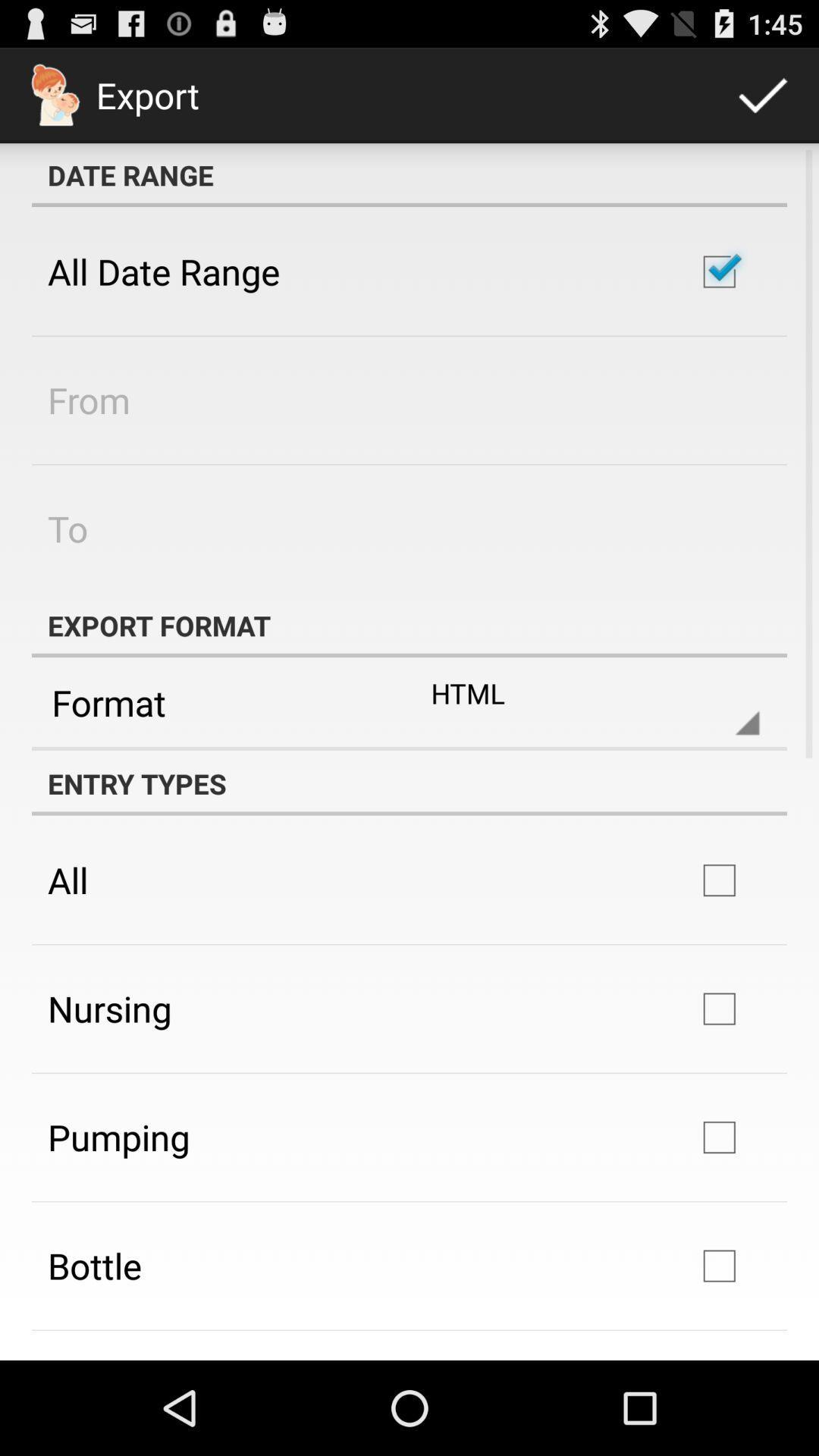 This screenshot has height=1456, width=819. Describe the element at coordinates (94, 1266) in the screenshot. I see `the bottle icon` at that location.